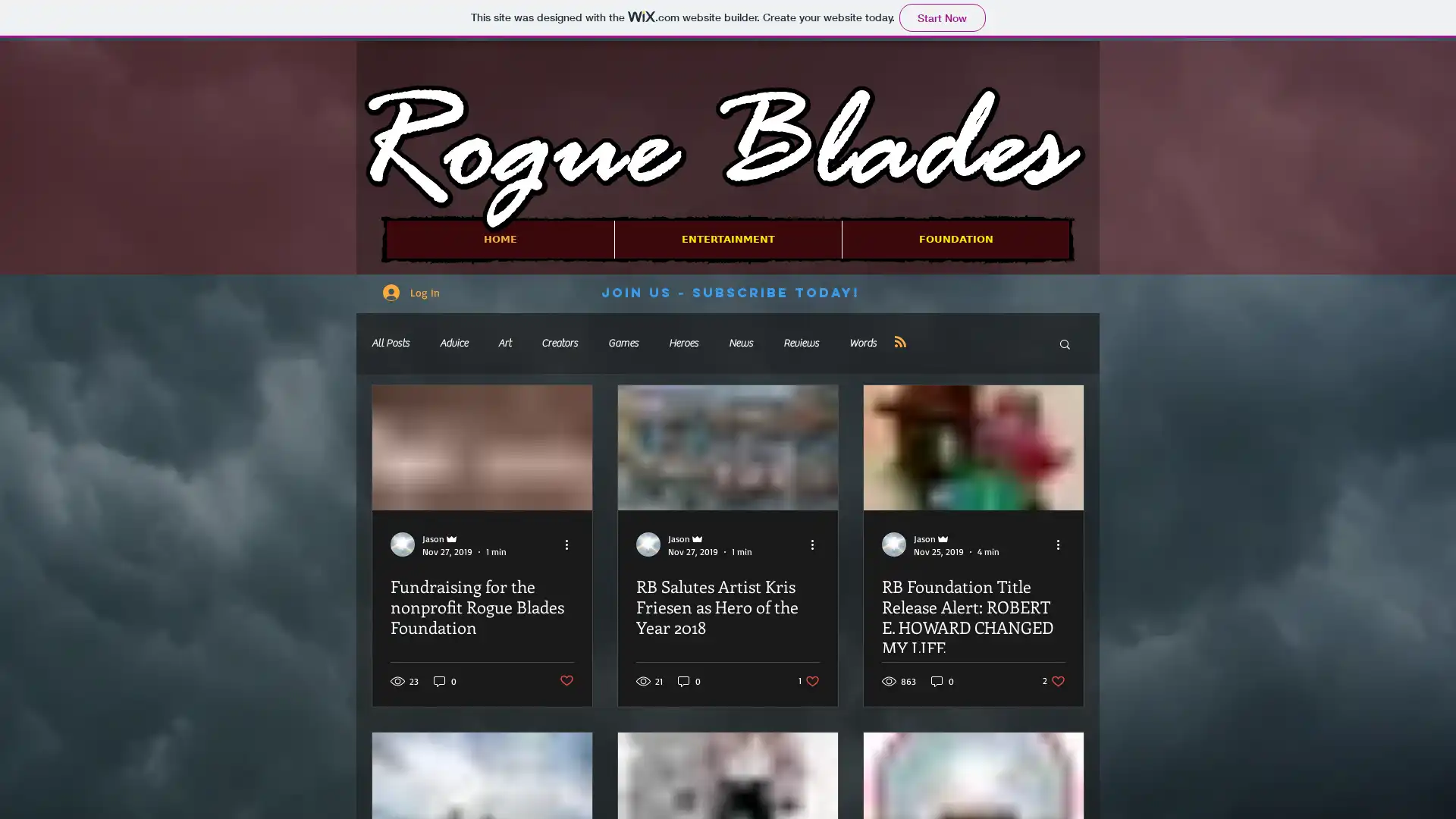 This screenshot has height=819, width=1456. Describe the element at coordinates (411, 292) in the screenshot. I see `Log In` at that location.